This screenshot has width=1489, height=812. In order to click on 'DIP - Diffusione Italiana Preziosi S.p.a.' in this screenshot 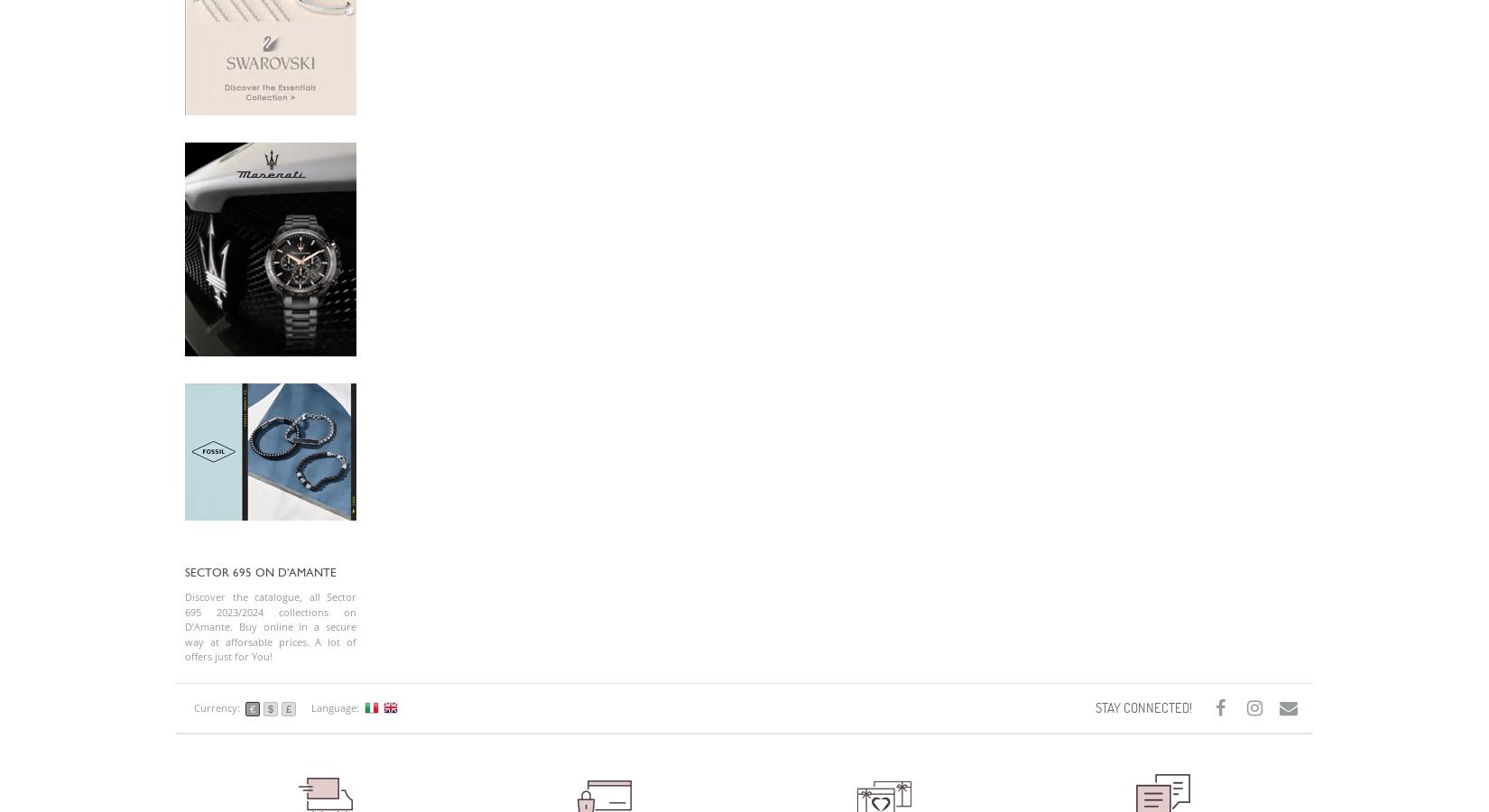, I will do `click(273, 102)`.